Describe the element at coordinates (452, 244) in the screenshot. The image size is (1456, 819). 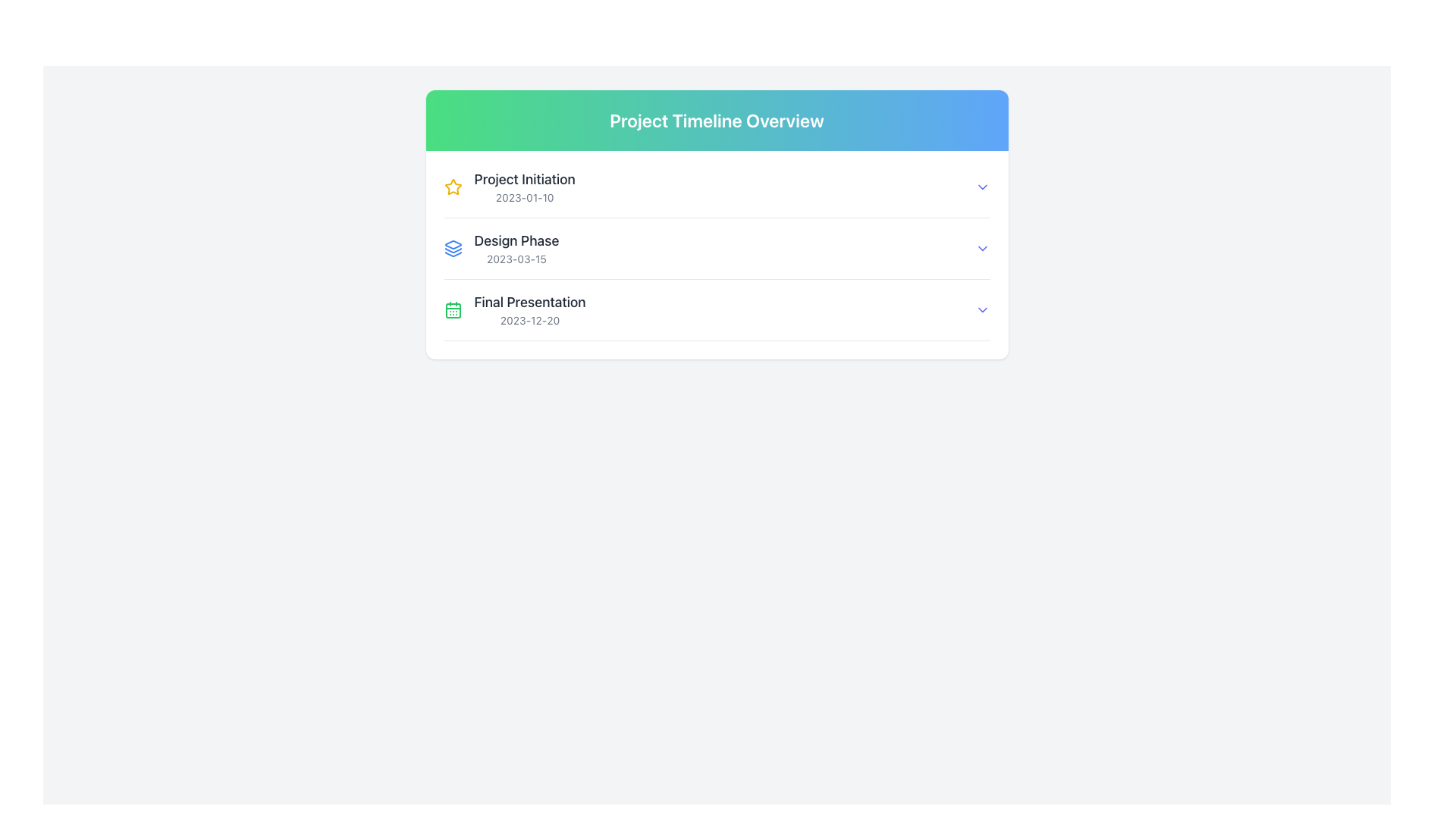
I see `the topmost layer icon in the control section` at that location.